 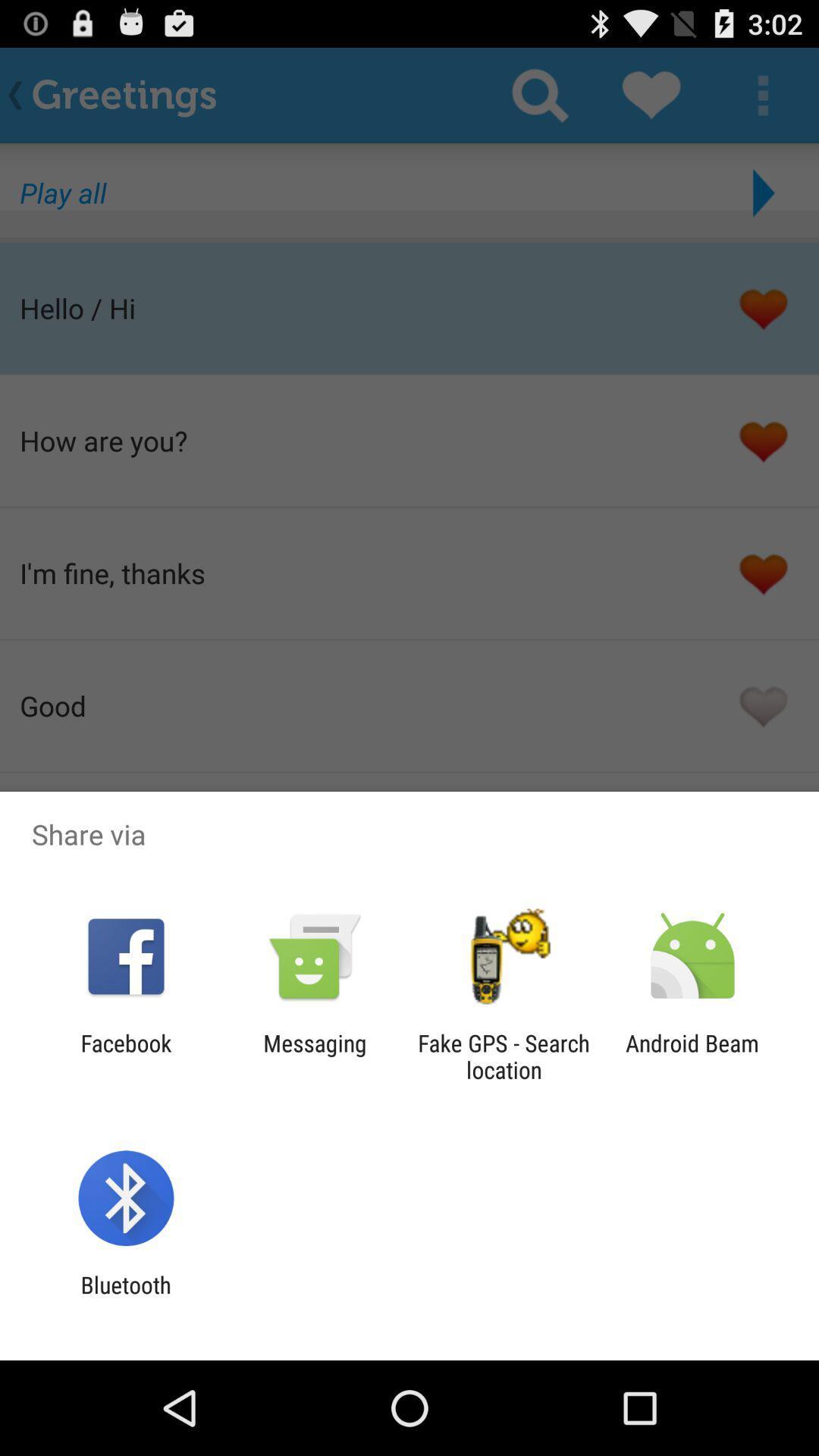 What do you see at coordinates (504, 1056) in the screenshot?
I see `fake gps search icon` at bounding box center [504, 1056].